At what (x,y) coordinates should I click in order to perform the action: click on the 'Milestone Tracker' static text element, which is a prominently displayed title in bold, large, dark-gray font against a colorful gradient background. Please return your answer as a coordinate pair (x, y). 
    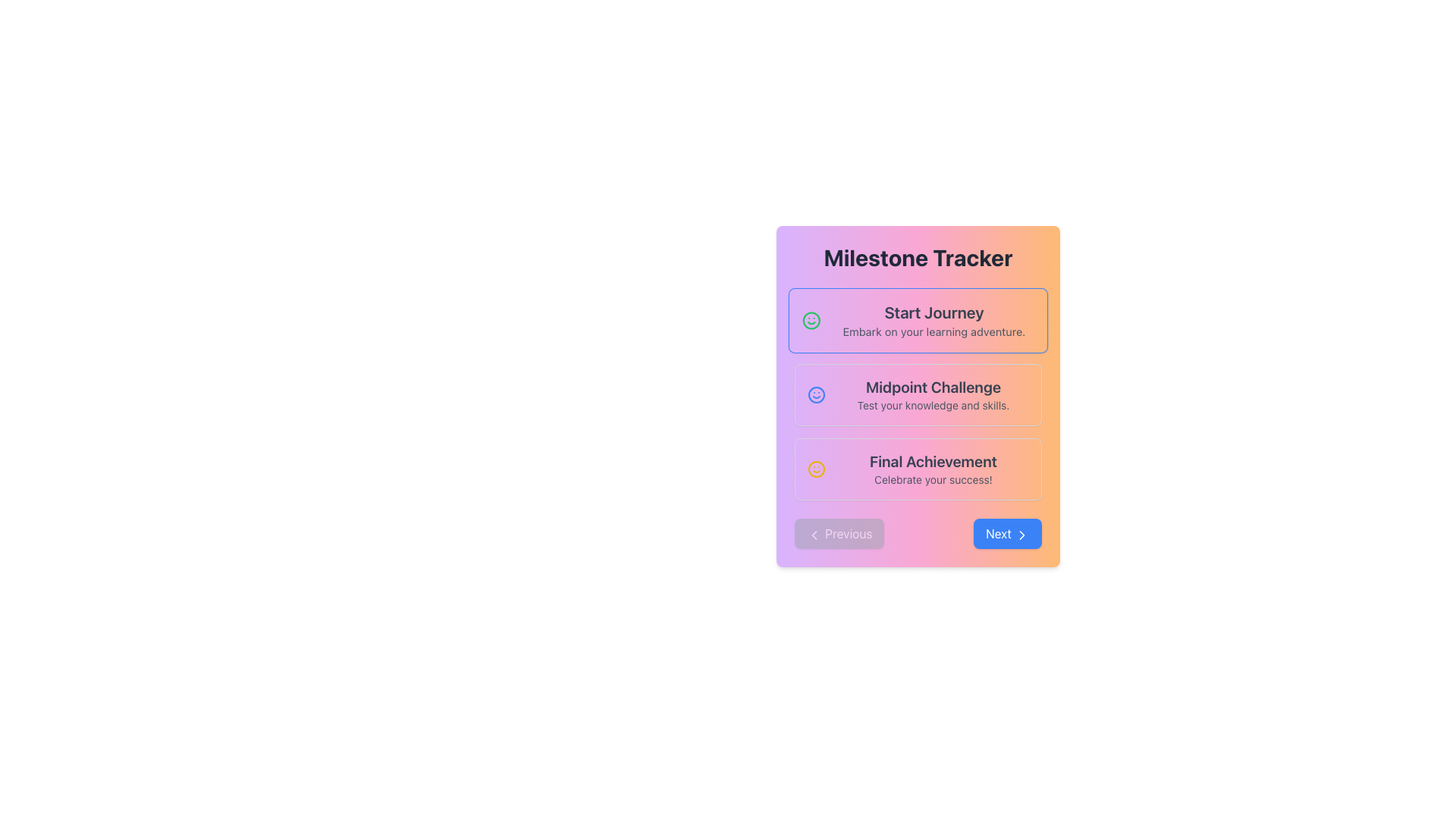
    Looking at the image, I should click on (917, 256).